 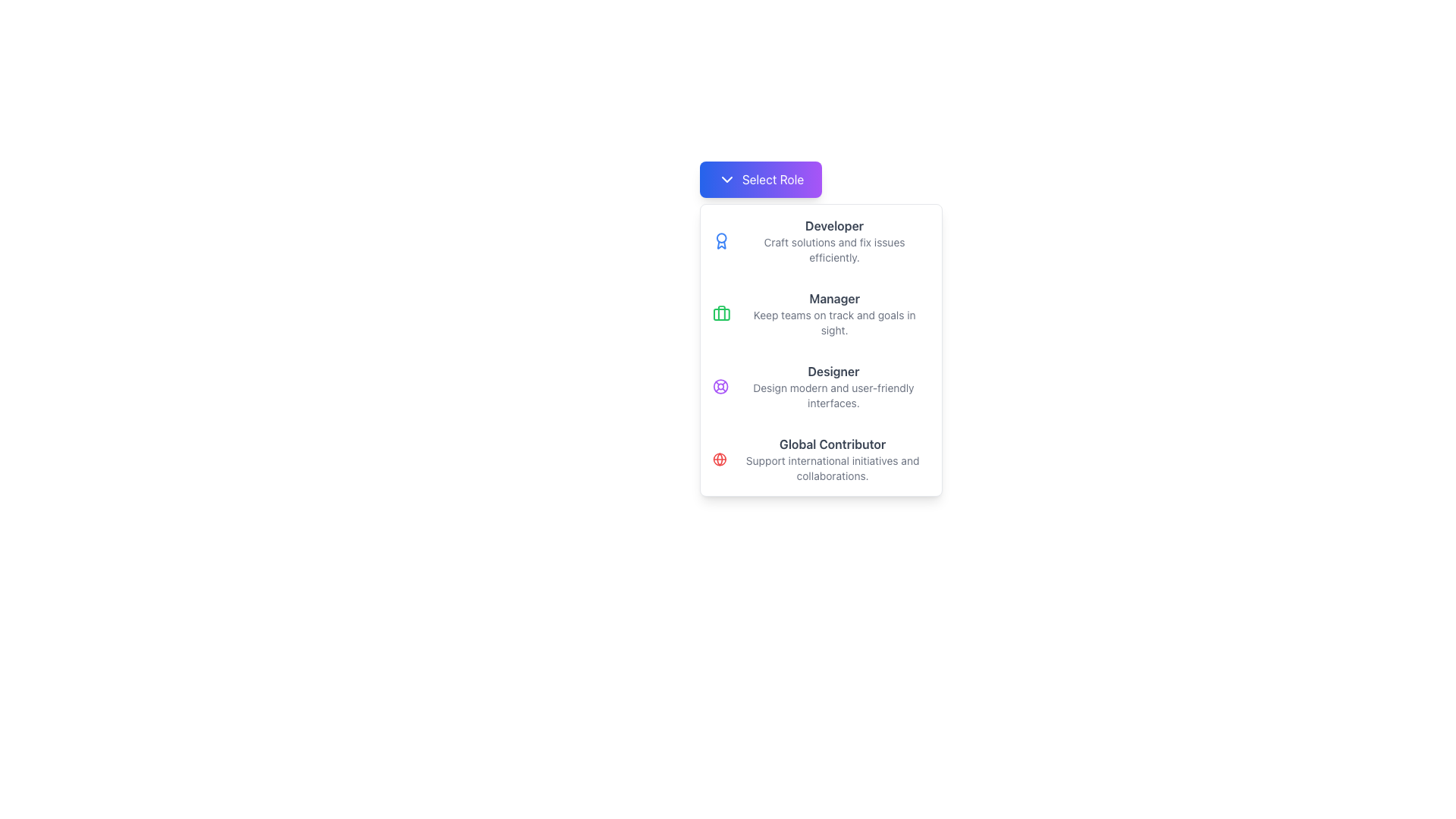 What do you see at coordinates (720, 385) in the screenshot?
I see `the circular life buoy icon with a purple outline located to the left of the 'Designer' text in the role selection dropdown menu` at bounding box center [720, 385].